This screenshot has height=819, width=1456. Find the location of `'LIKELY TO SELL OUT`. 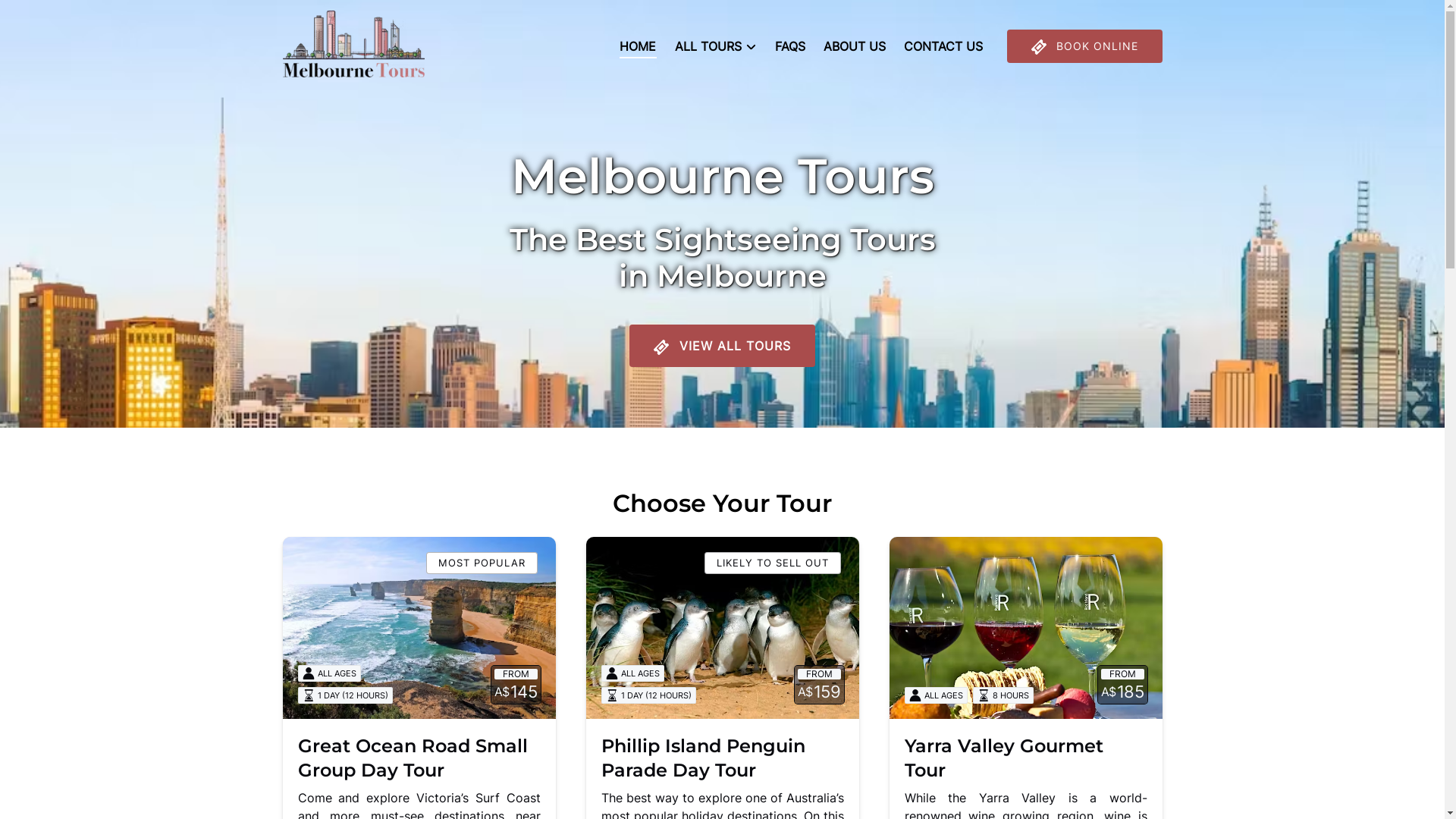

'LIKELY TO SELL OUT is located at coordinates (720, 628).